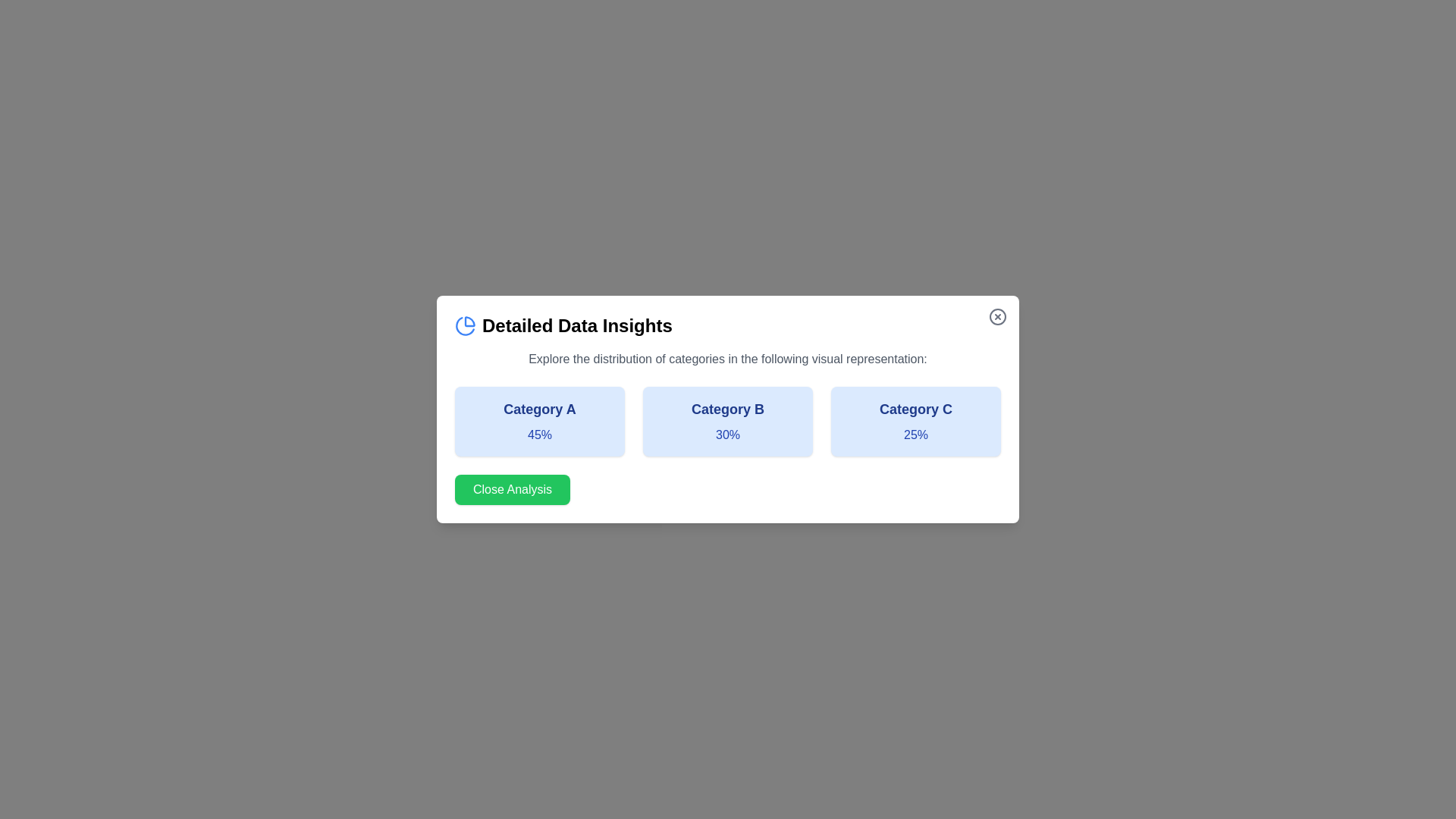  Describe the element at coordinates (539, 421) in the screenshot. I see `information displayed within the first informational card that shows the category name and its percentage value, positioned on the leftmost side of the grid in the modal window` at that location.